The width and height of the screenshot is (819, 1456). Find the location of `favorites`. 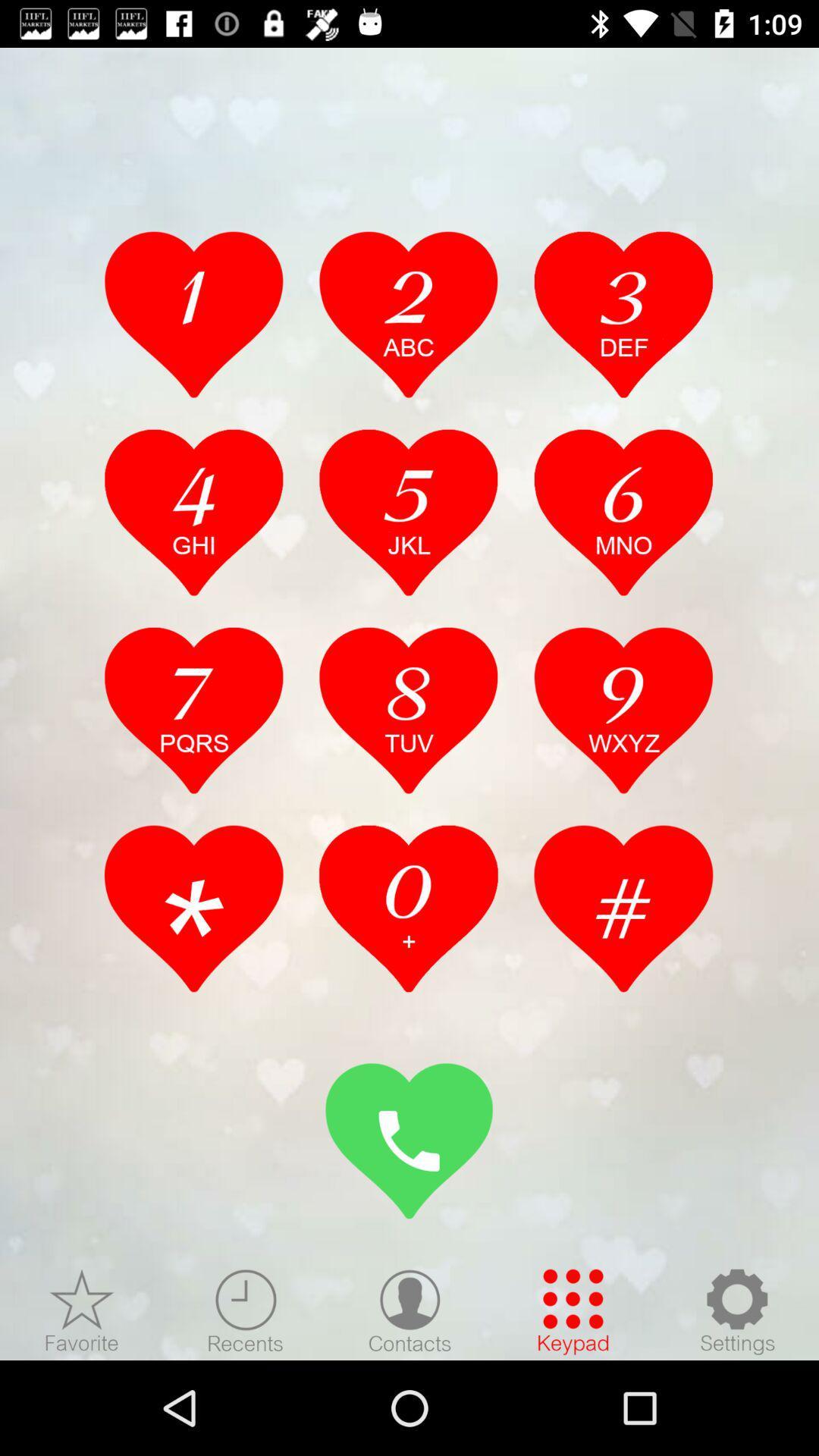

favorites is located at coordinates (82, 1310).